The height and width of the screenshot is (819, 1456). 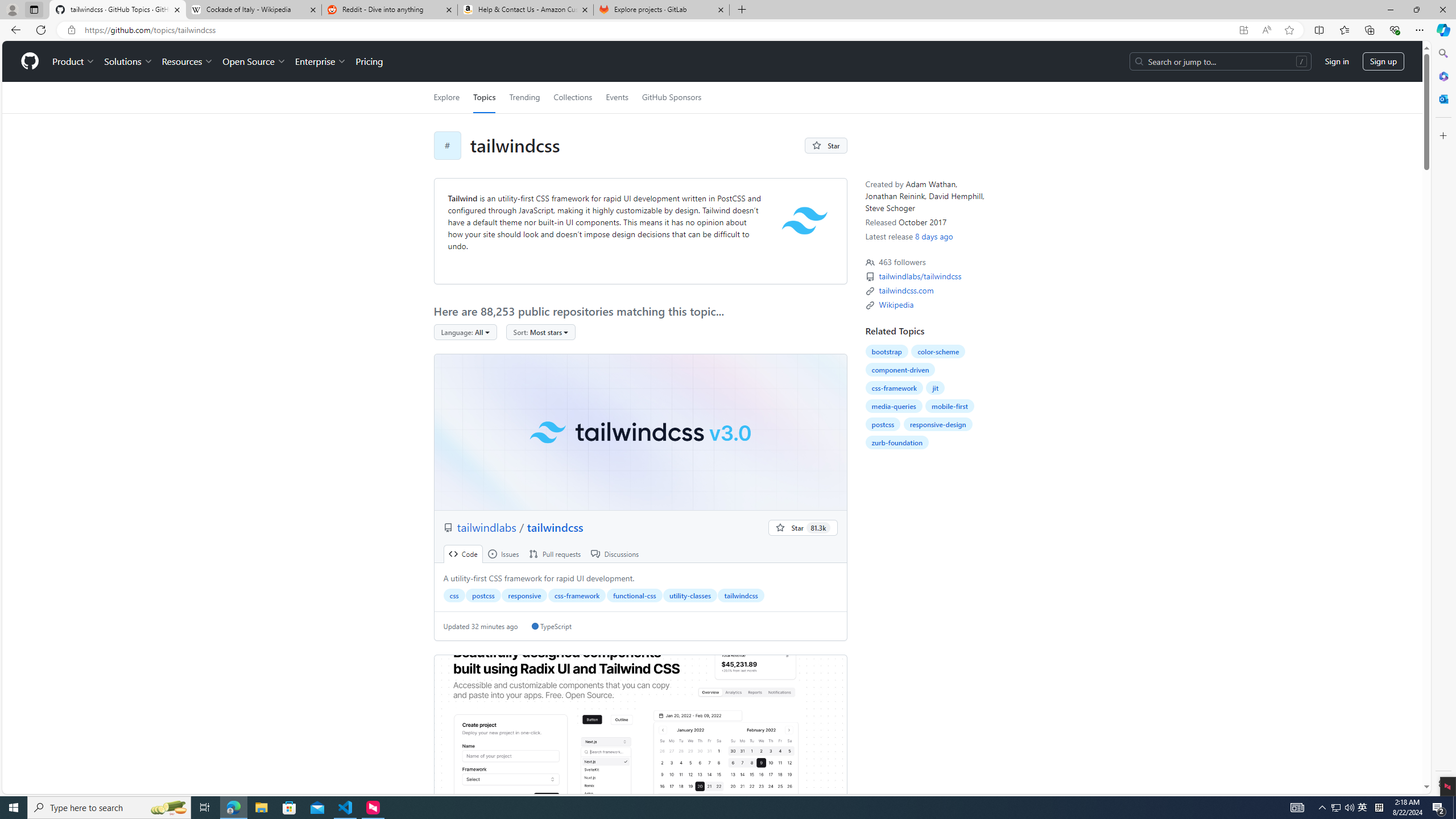 What do you see at coordinates (937, 423) in the screenshot?
I see `'responsive-design'` at bounding box center [937, 423].